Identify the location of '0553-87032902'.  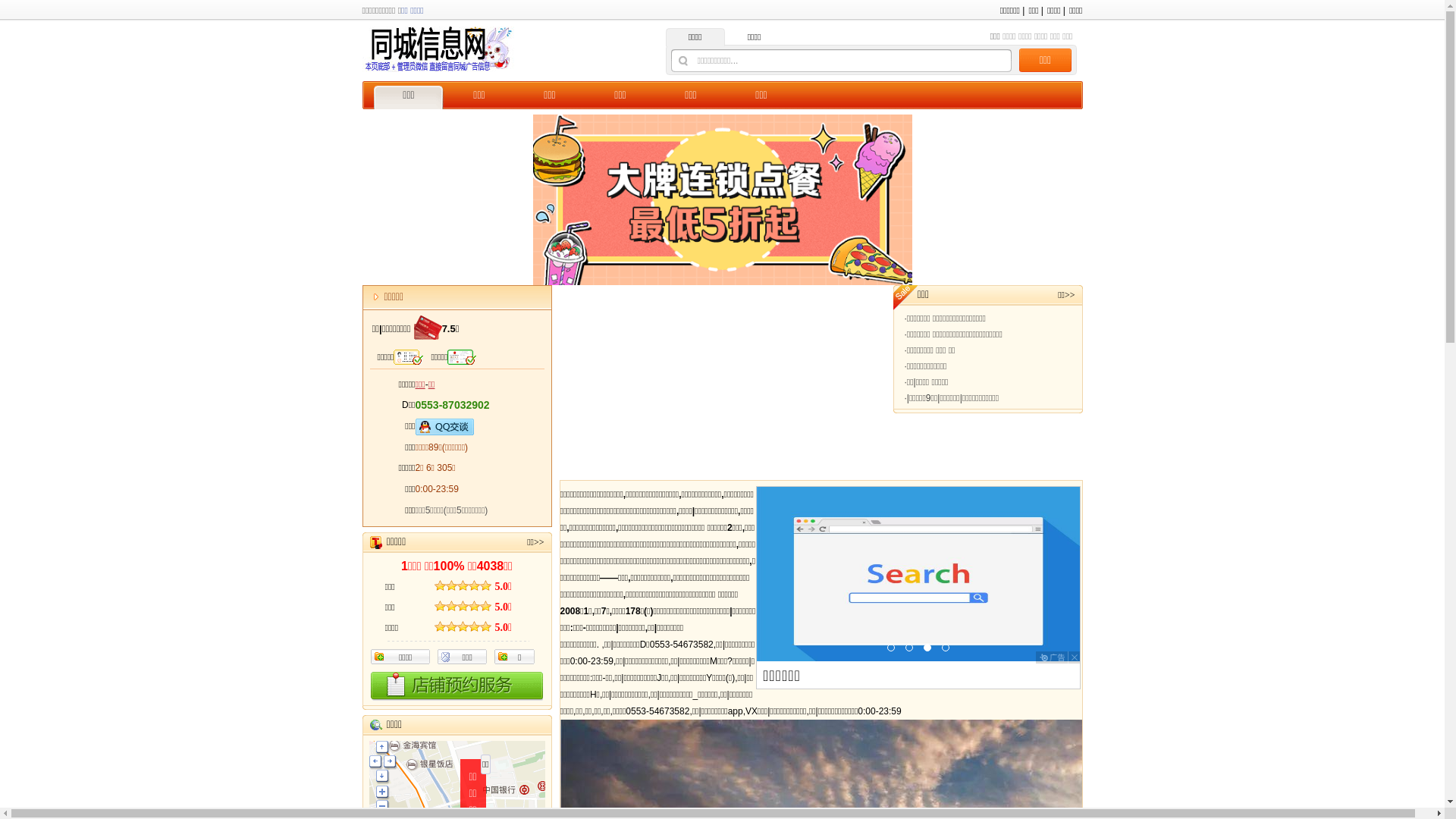
(451, 400).